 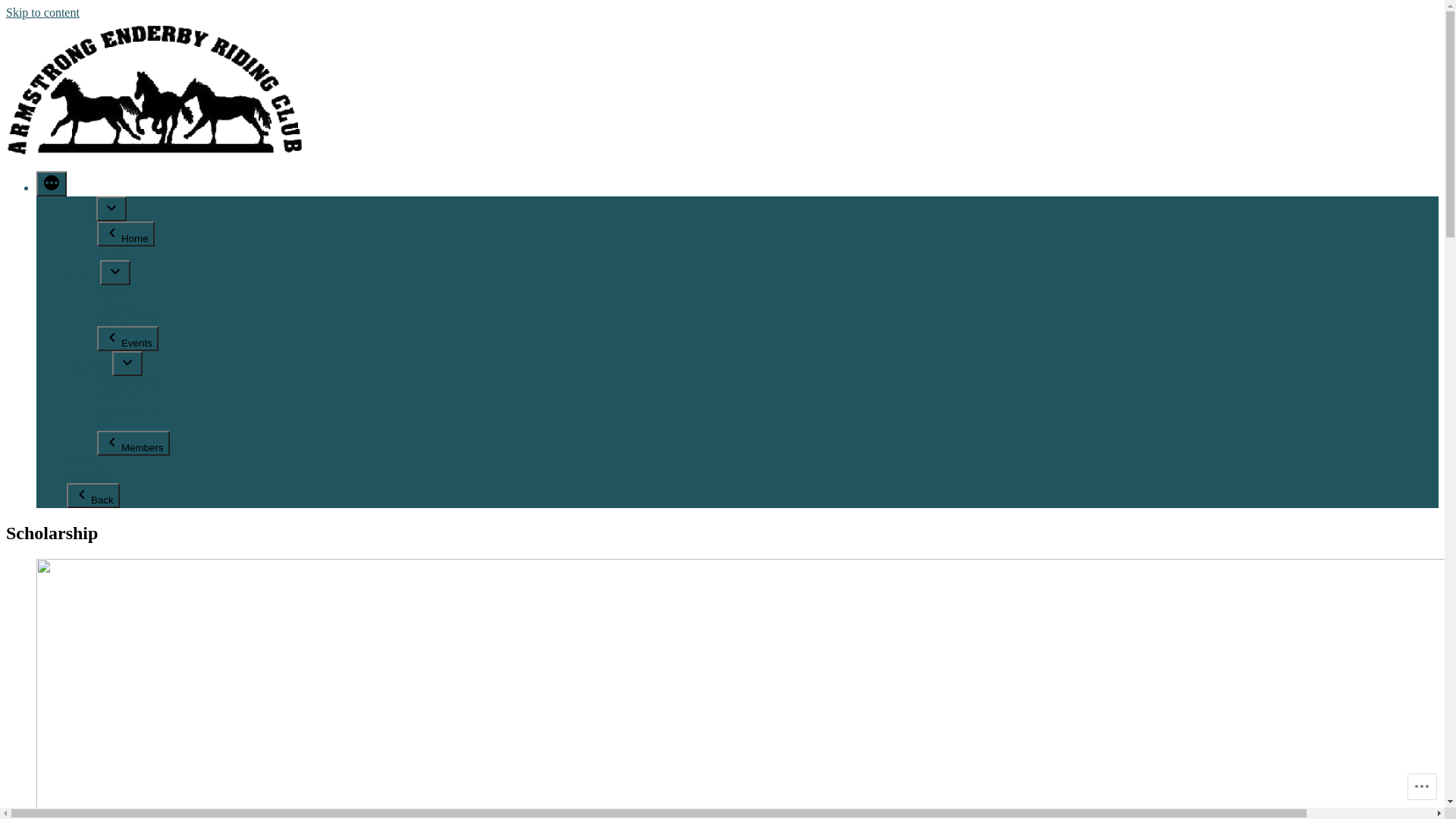 I want to click on 'Sponsorship', so click(x=127, y=318).